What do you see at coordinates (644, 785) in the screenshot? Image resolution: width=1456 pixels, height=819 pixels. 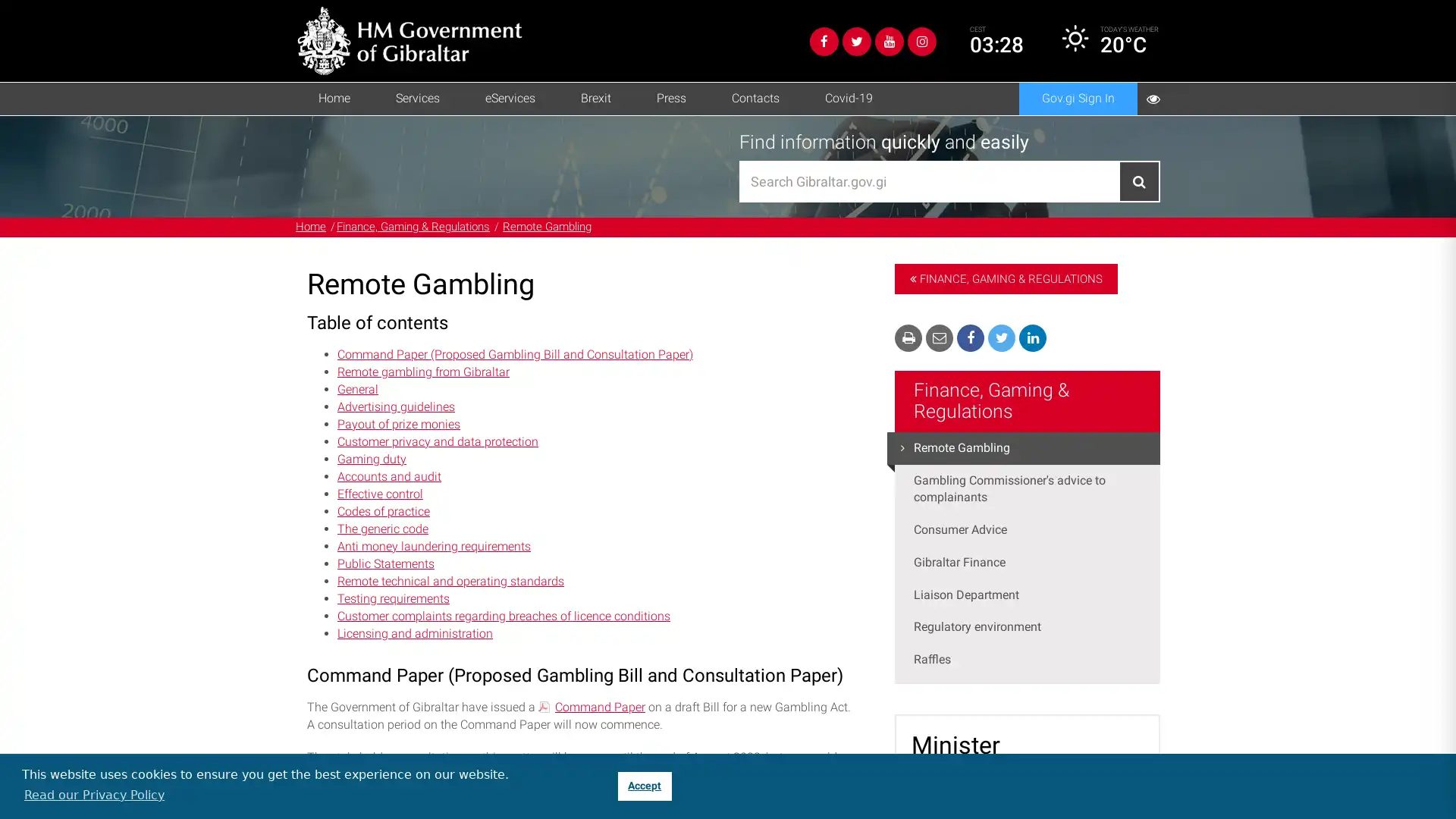 I see `dismiss cookie message` at bounding box center [644, 785].